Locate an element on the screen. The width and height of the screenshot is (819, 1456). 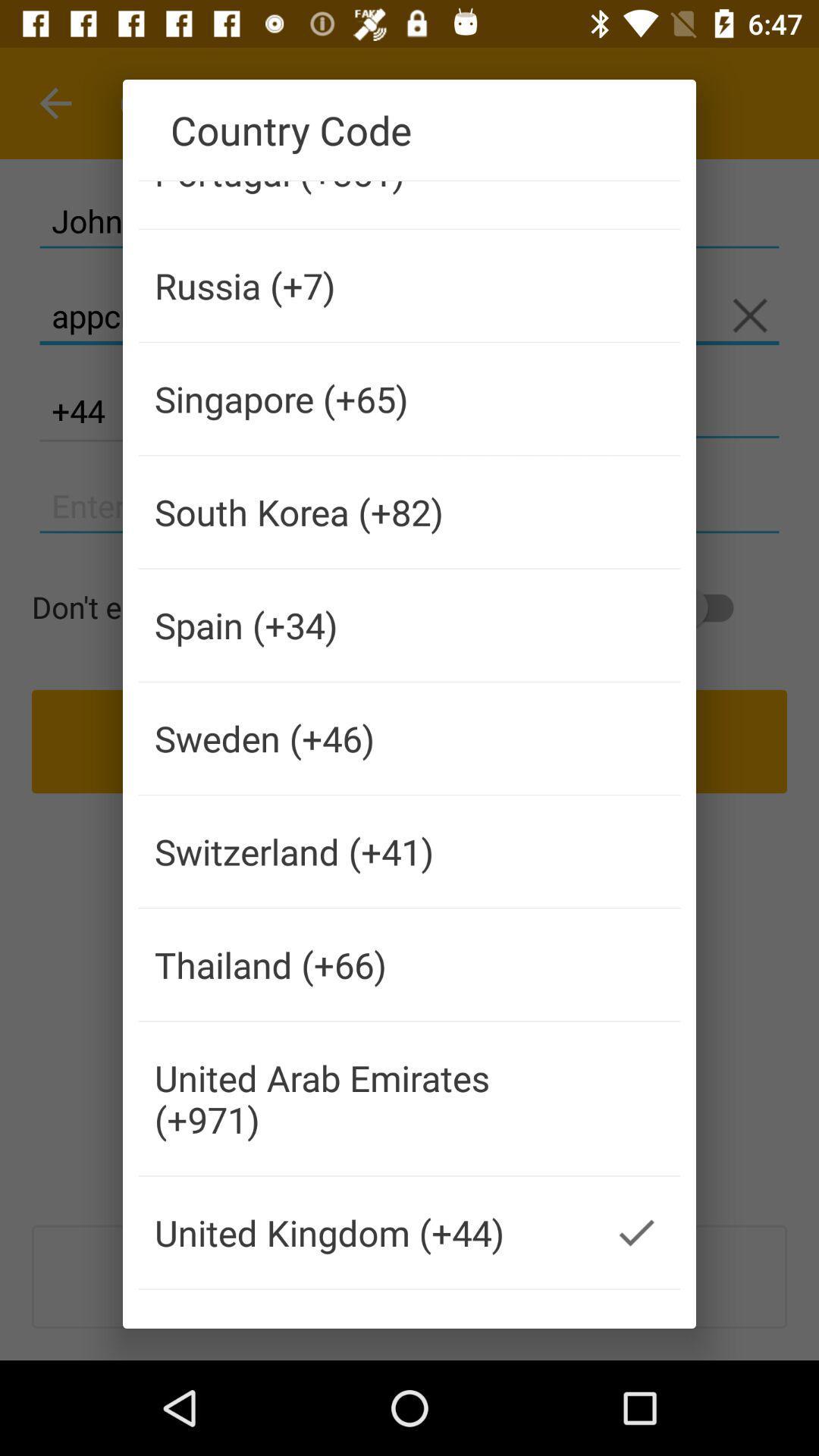
united kingdom (+44) is located at coordinates (366, 1232).